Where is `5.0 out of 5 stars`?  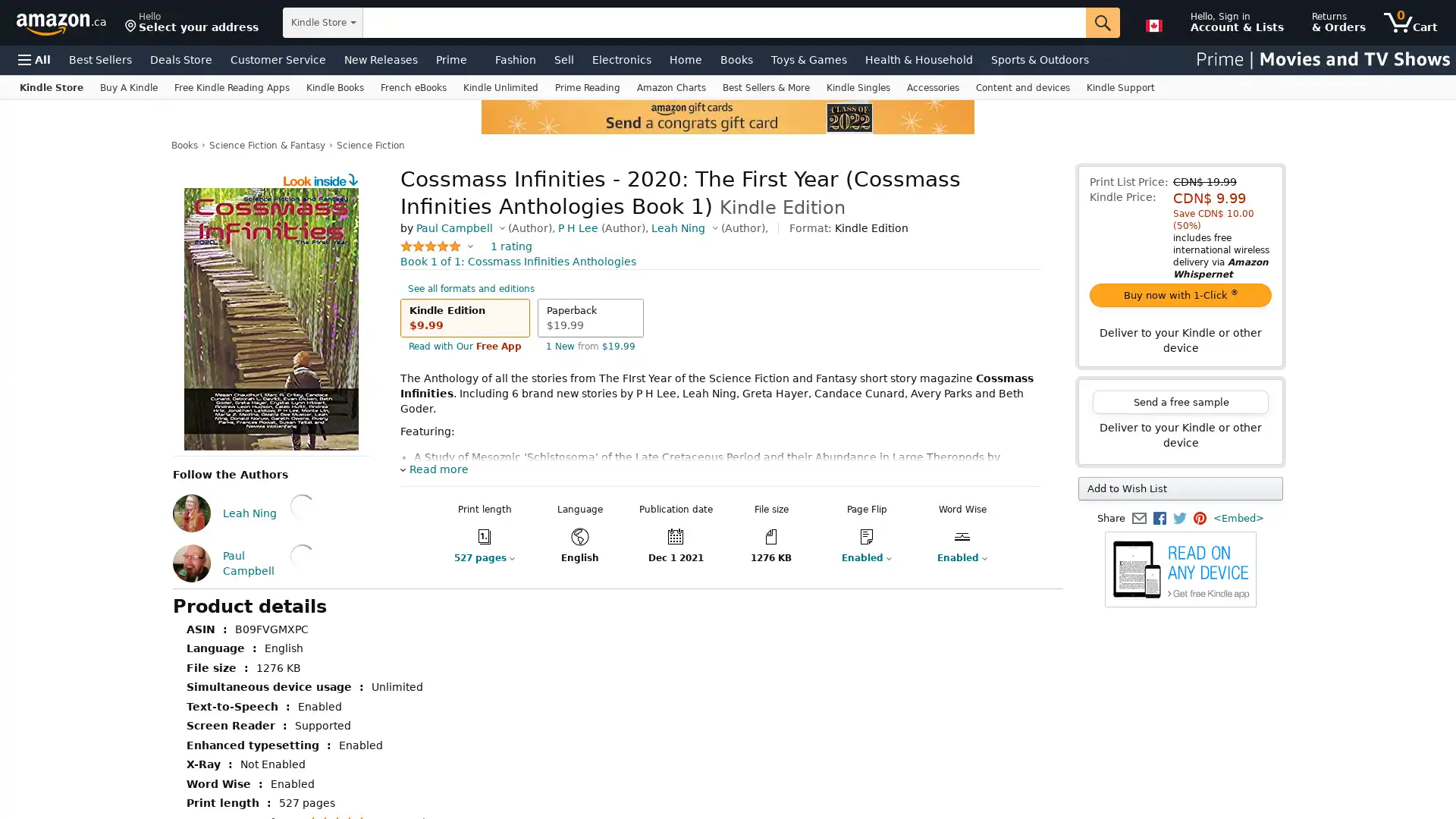
5.0 out of 5 stars is located at coordinates (436, 260).